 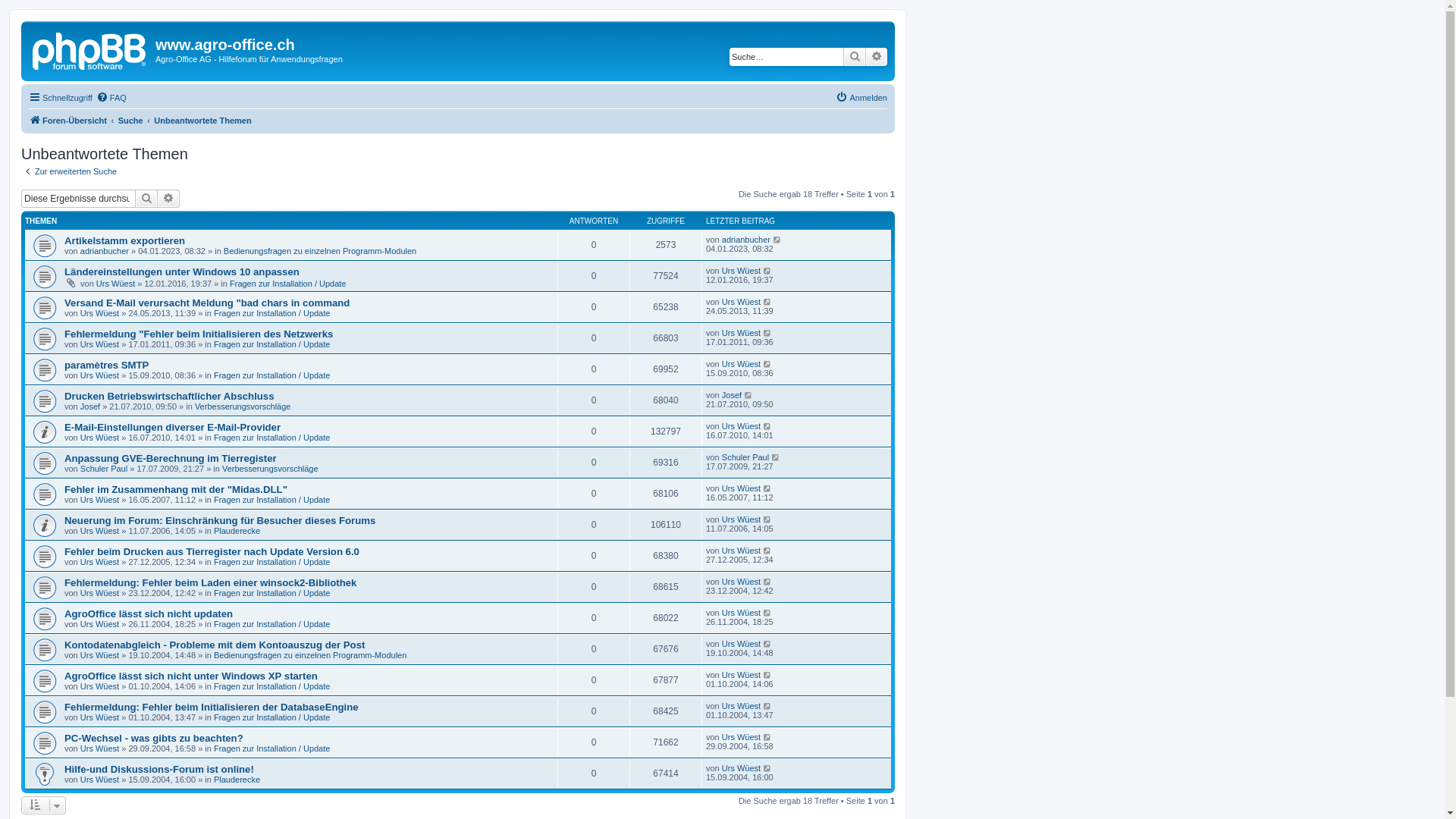 I want to click on 'Gehe zum letzten Beitrag', so click(x=767, y=768).